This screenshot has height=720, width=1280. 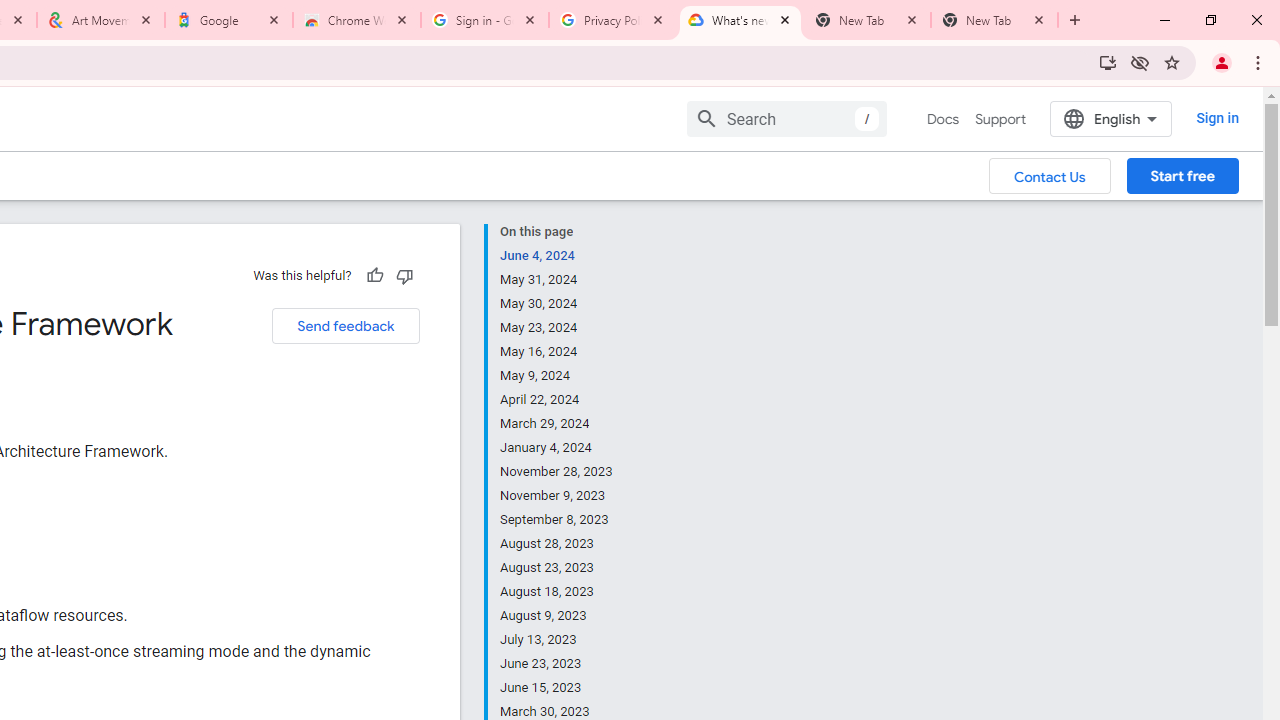 I want to click on 'August 18, 2023', so click(x=557, y=591).